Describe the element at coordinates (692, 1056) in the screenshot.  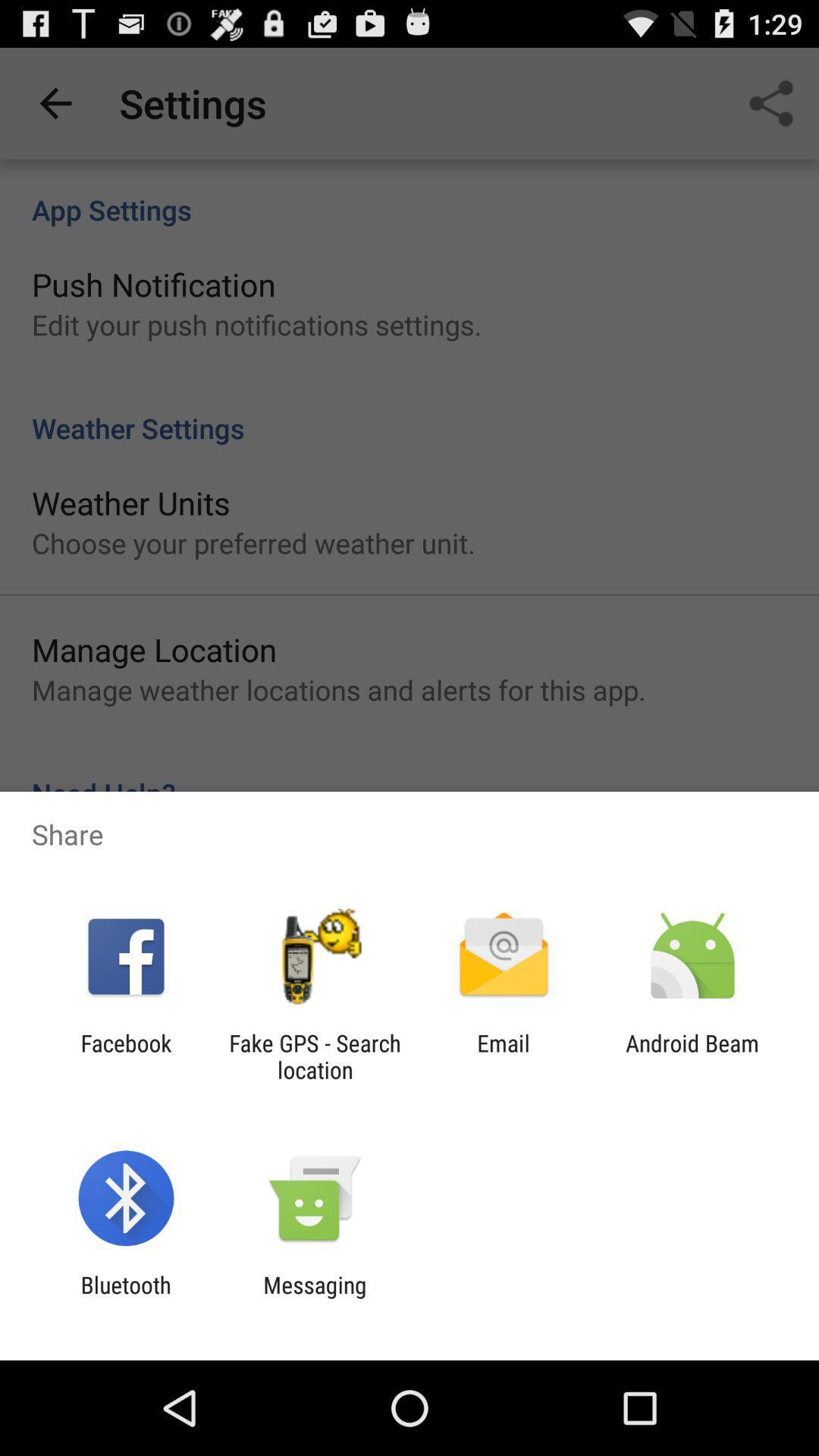
I see `the icon to the right of email icon` at that location.